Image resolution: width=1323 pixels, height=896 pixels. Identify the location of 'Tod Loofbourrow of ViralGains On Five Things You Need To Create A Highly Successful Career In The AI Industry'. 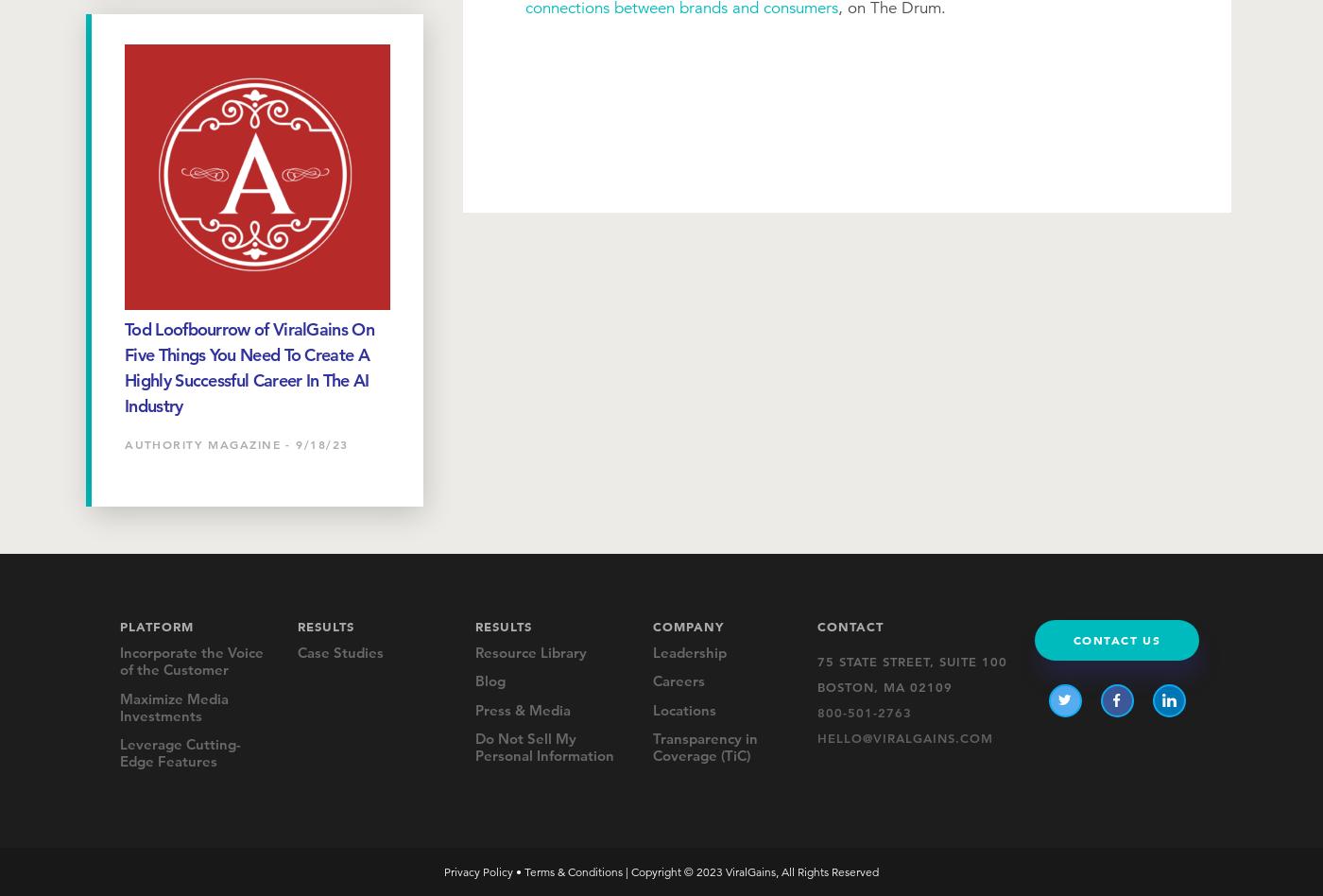
(249, 366).